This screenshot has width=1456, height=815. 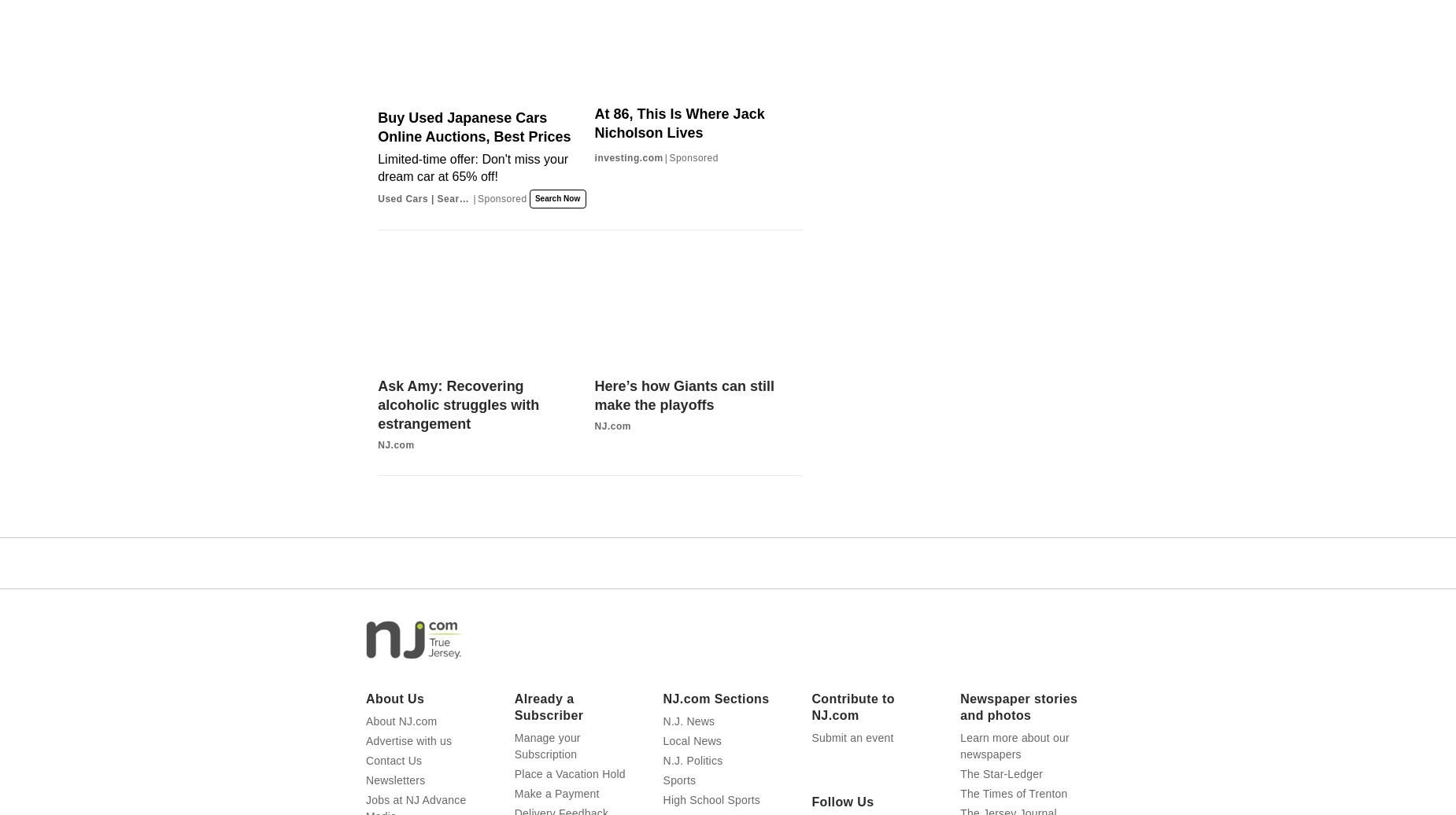 I want to click on 'Already a Subscriber', so click(x=549, y=706).